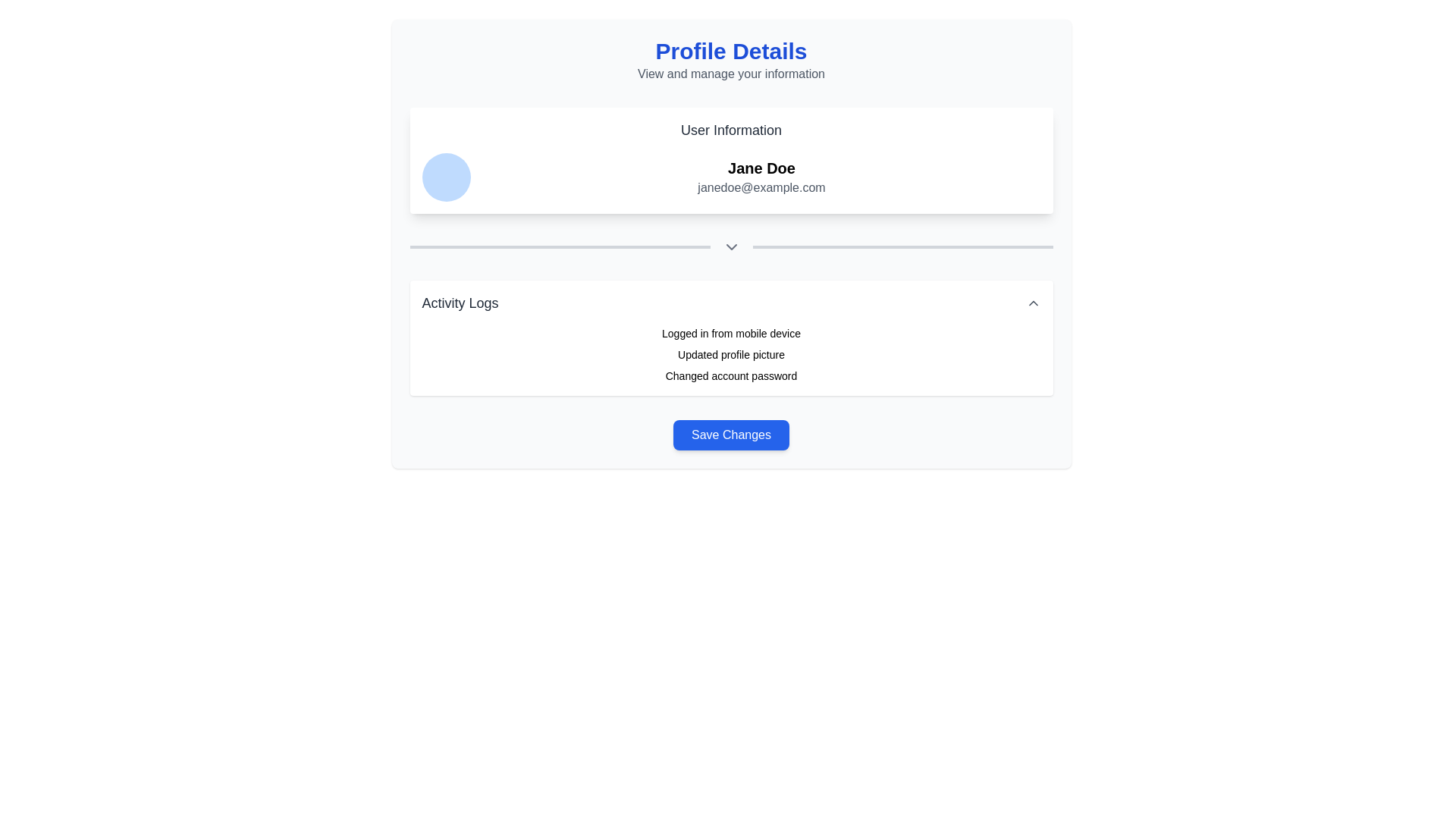 The width and height of the screenshot is (1456, 819). Describe the element at coordinates (731, 74) in the screenshot. I see `the Text label that provides a description for the 'Profile Details' section, located directly below the title 'Profile Details'` at that location.